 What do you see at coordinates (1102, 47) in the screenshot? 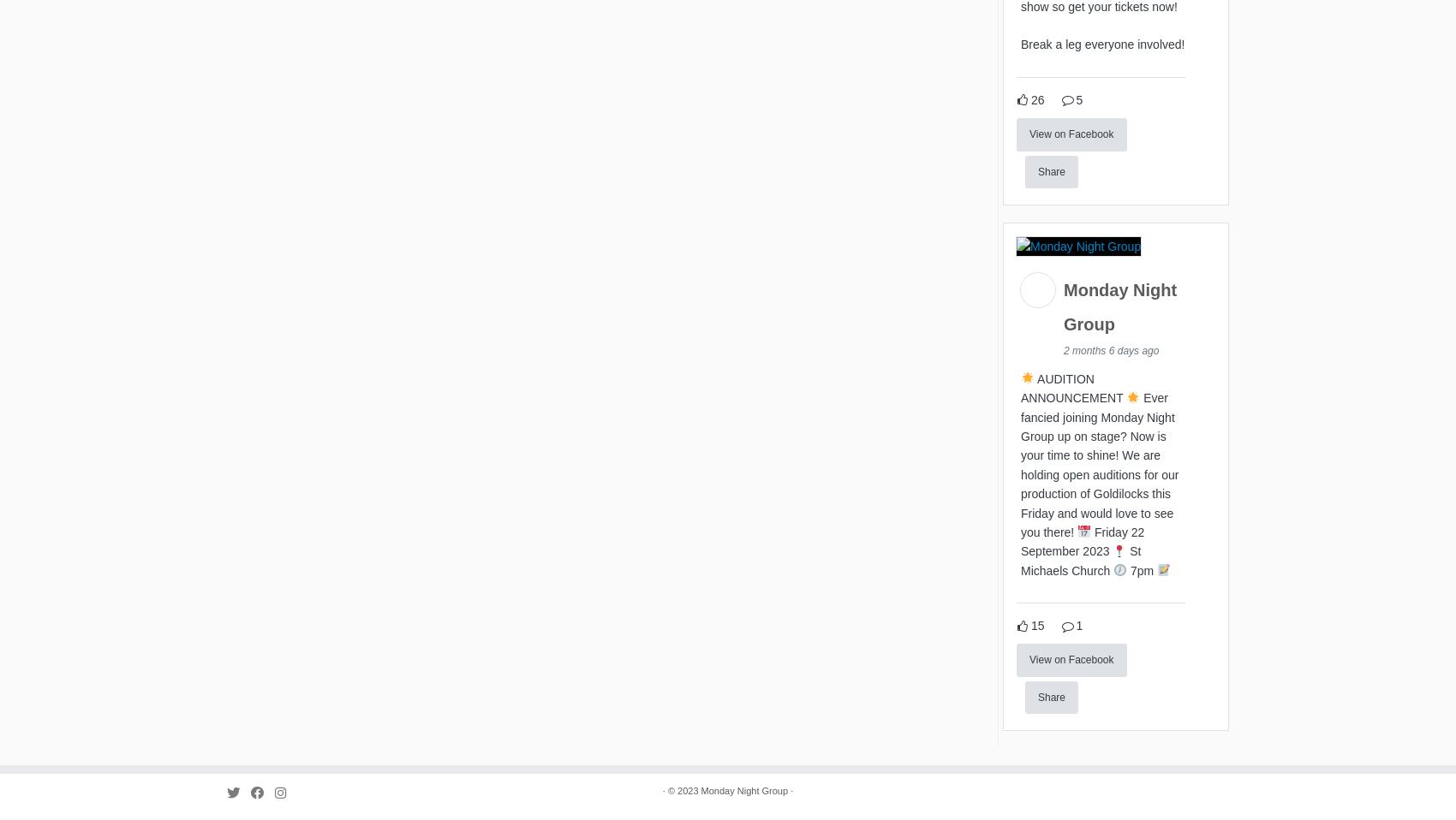
I see `'Break a leg everyone involved!'` at bounding box center [1102, 47].